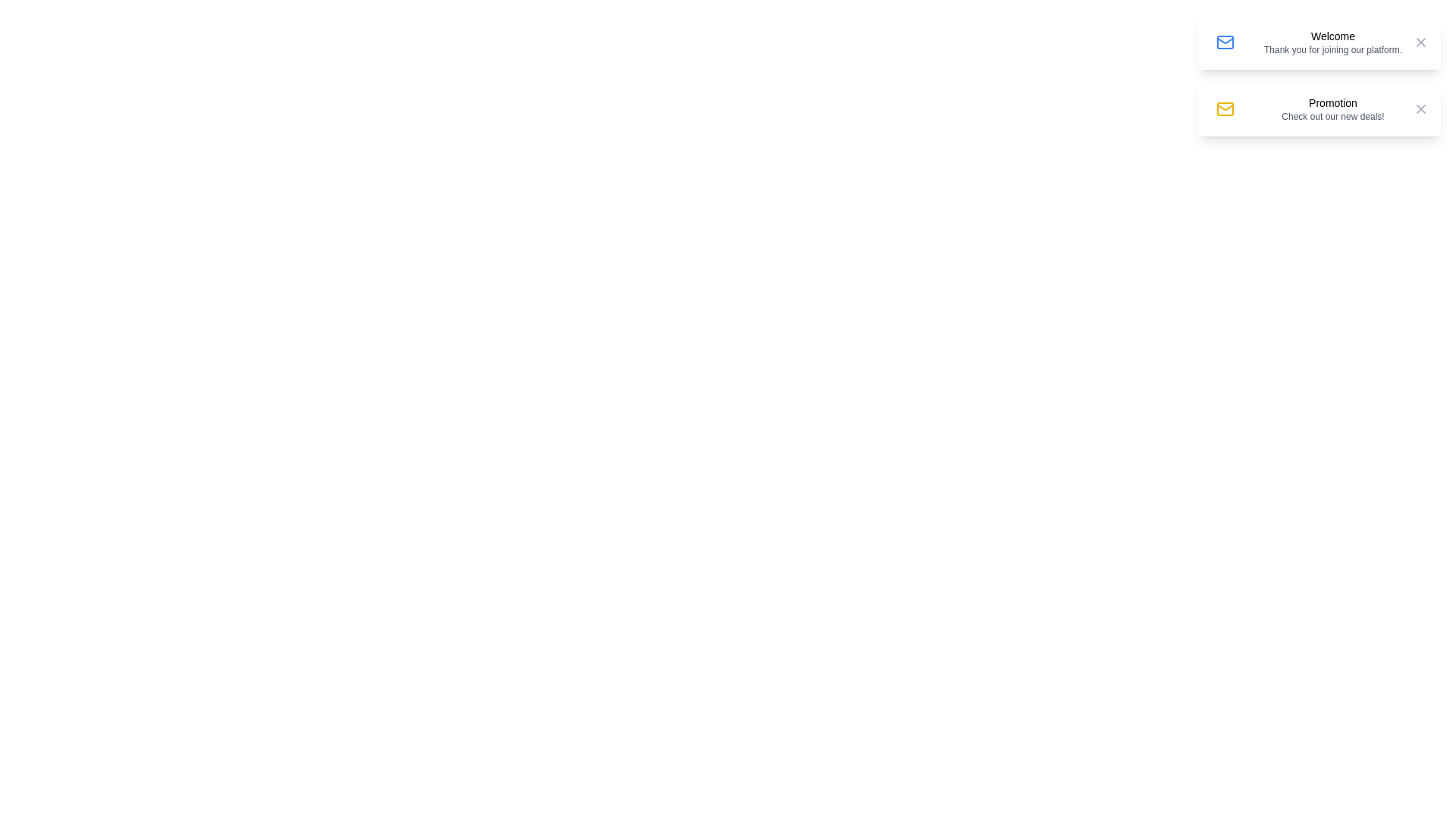  What do you see at coordinates (1420, 42) in the screenshot?
I see `the close button represented by the SVG line in the top-right corner of the 'Welcome' notification card` at bounding box center [1420, 42].